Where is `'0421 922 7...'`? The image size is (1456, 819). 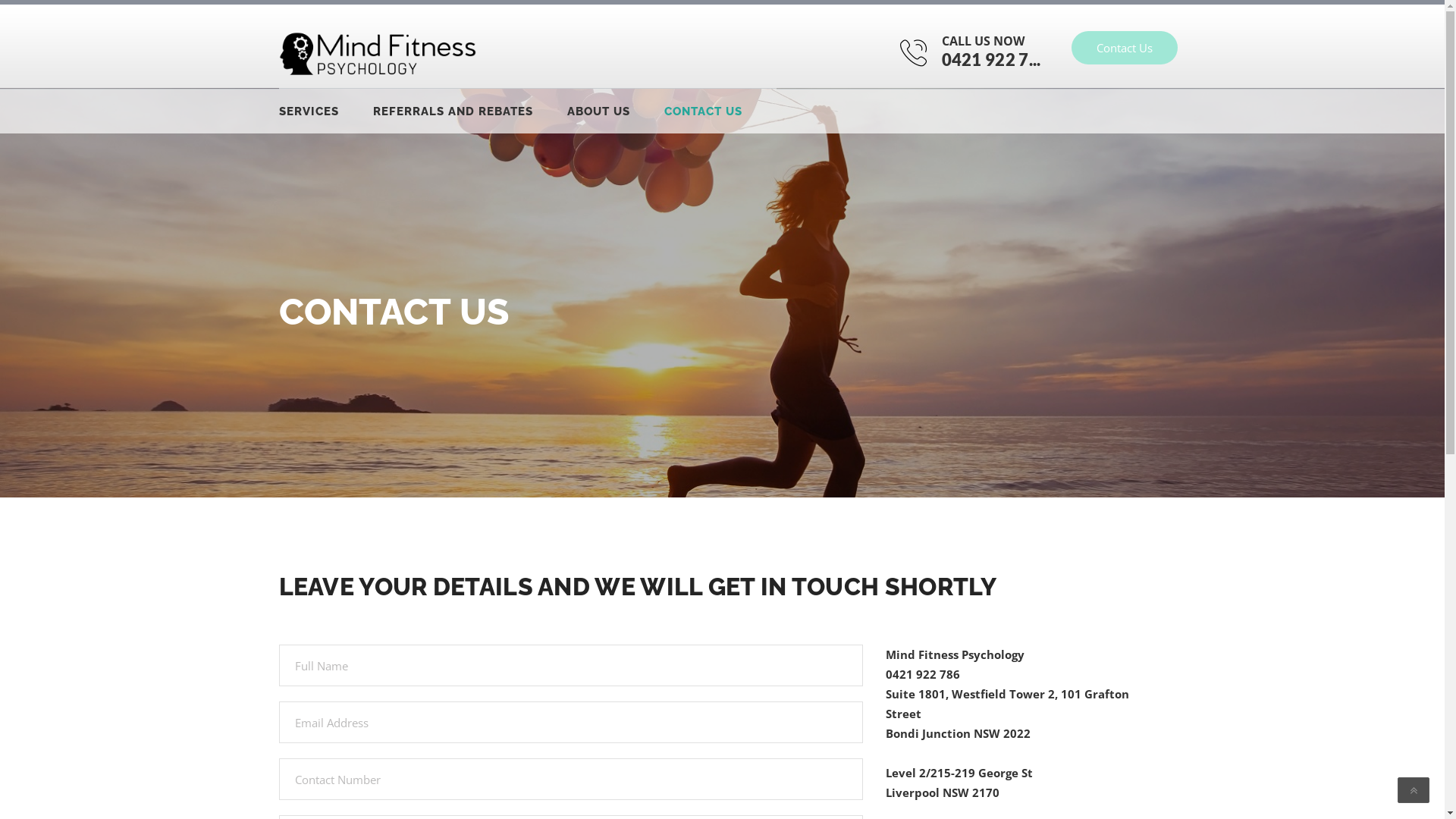 '0421 922 7...' is located at coordinates (991, 58).